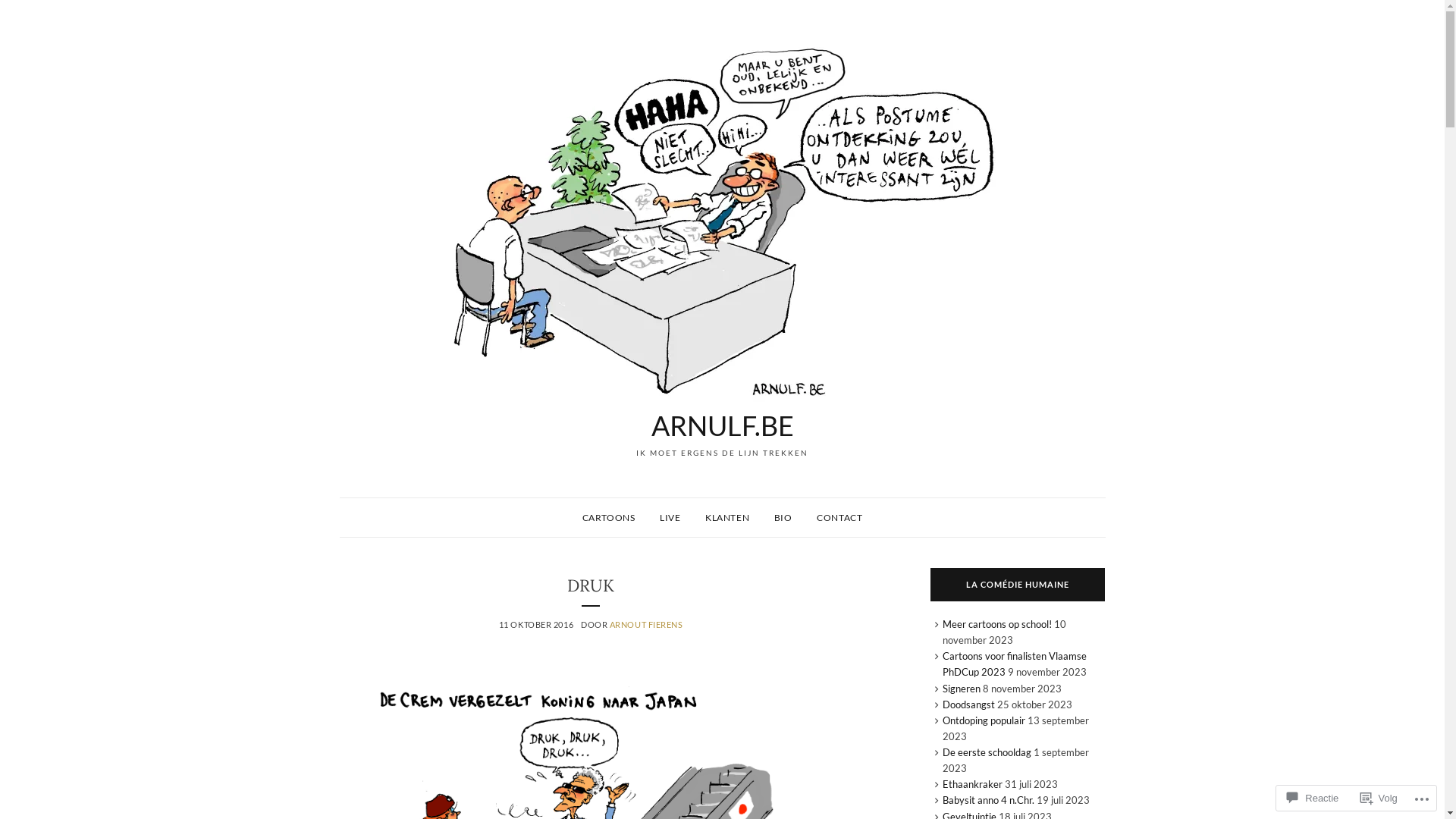  What do you see at coordinates (1312, 797) in the screenshot?
I see `'Reactie'` at bounding box center [1312, 797].